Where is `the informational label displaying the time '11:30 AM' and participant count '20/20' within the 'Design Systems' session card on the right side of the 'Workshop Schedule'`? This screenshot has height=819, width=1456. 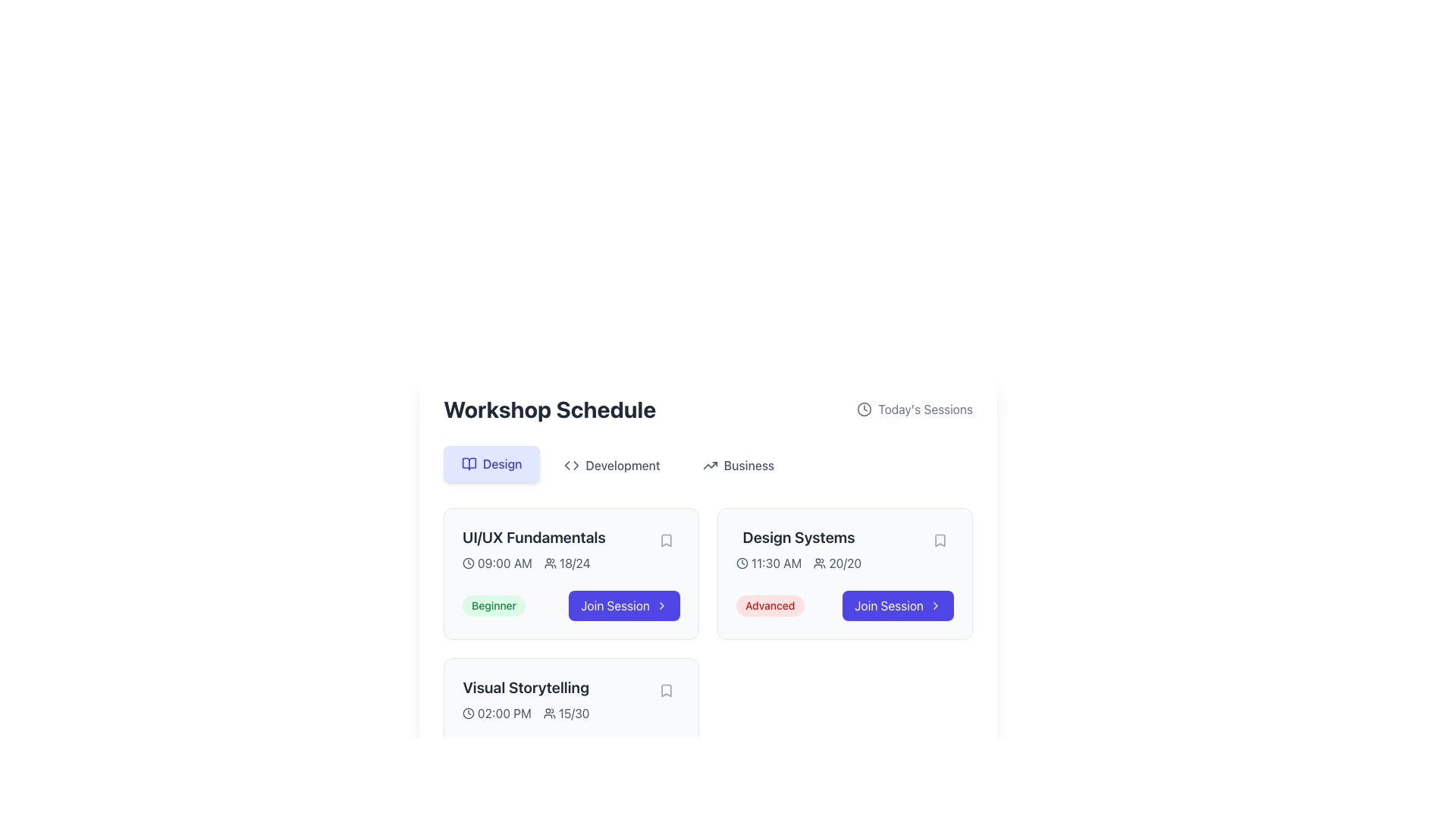 the informational label displaying the time '11:30 AM' and participant count '20/20' within the 'Design Systems' session card on the right side of the 'Workshop Schedule' is located at coordinates (798, 563).